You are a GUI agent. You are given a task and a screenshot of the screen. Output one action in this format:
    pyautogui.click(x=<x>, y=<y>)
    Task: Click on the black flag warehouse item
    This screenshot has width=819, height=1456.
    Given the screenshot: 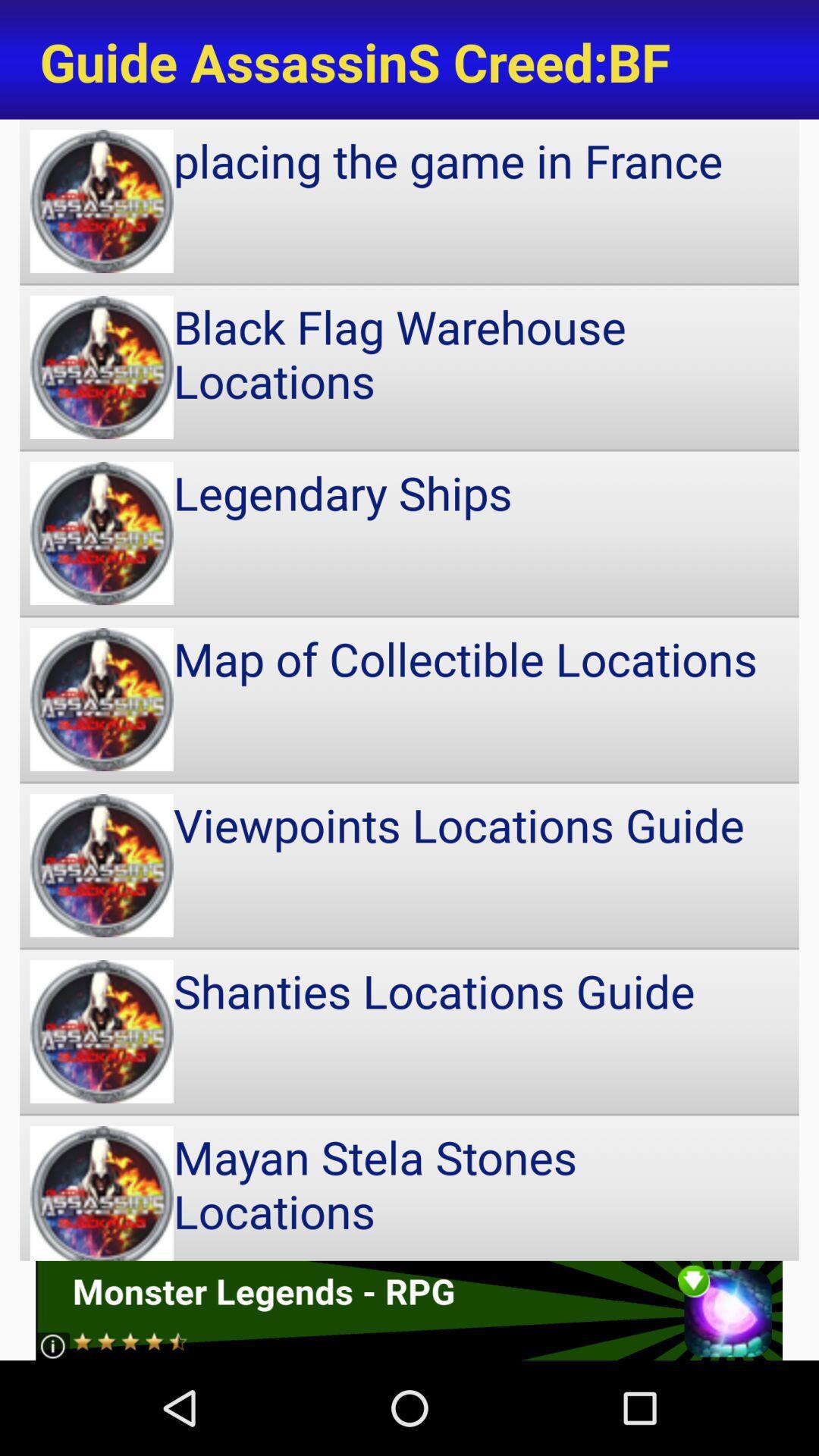 What is the action you would take?
    pyautogui.click(x=409, y=367)
    